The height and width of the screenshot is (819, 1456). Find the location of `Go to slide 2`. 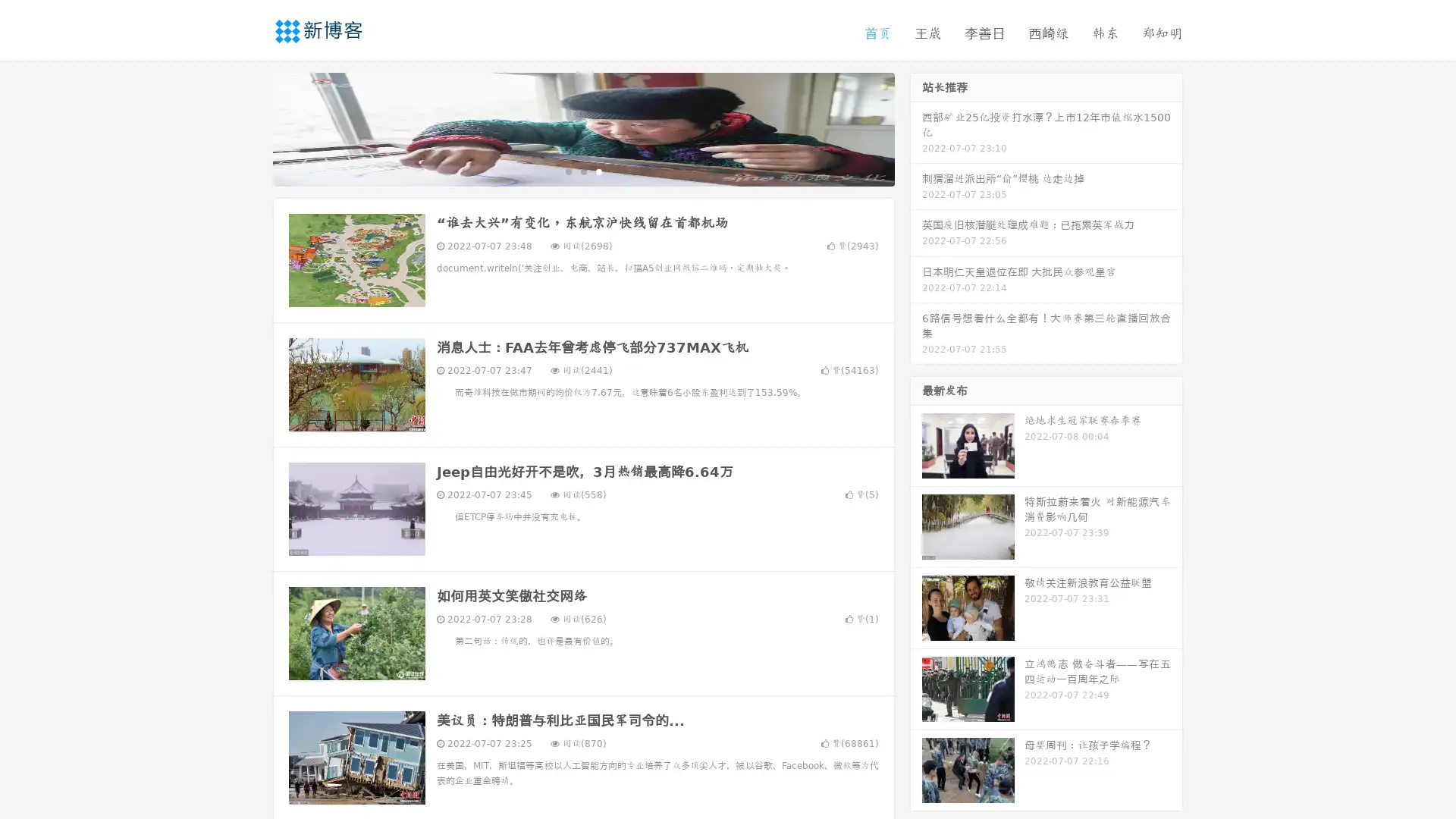

Go to slide 2 is located at coordinates (582, 171).